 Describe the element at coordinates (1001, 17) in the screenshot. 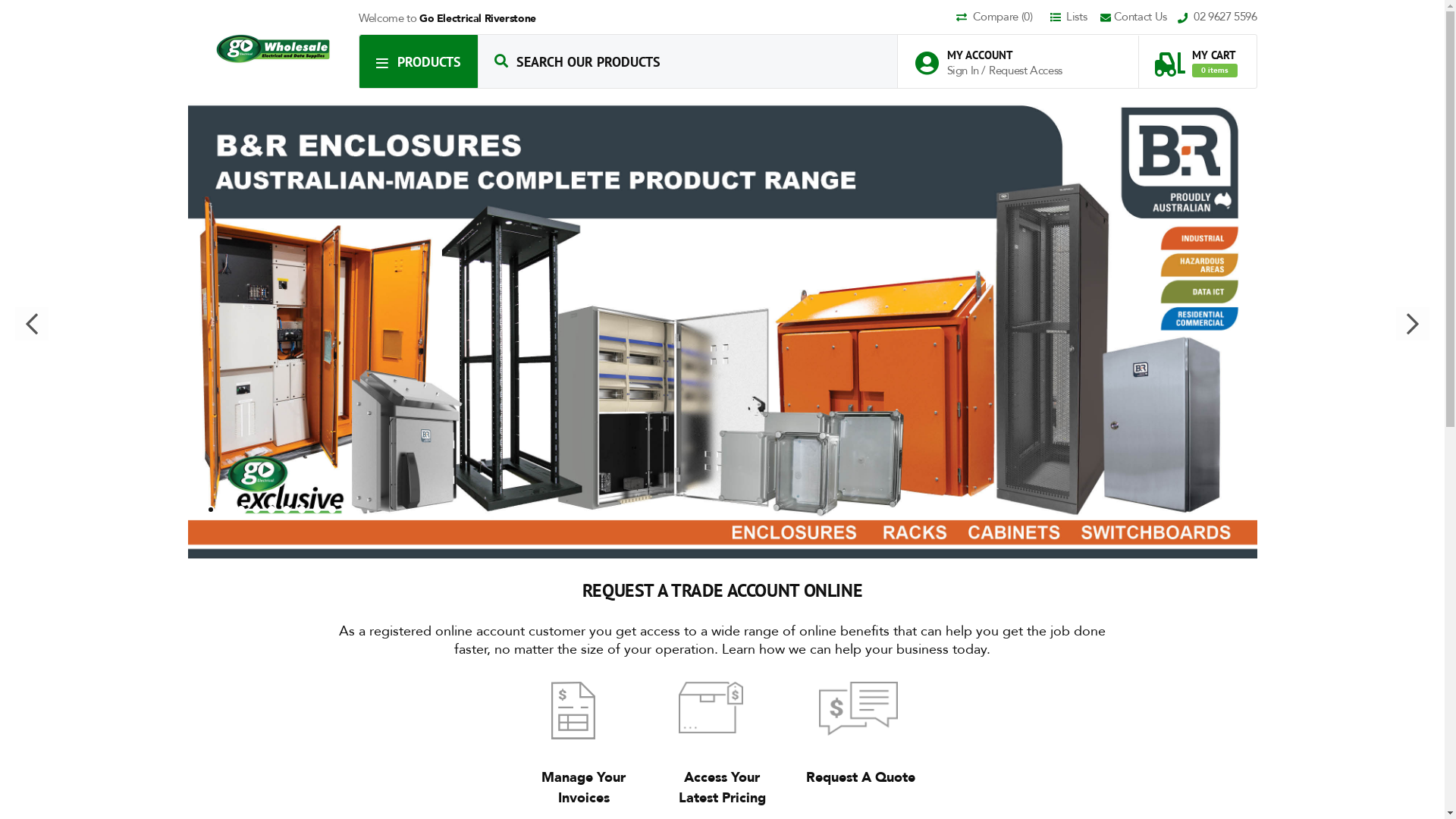

I see `'Compare 0'` at that location.